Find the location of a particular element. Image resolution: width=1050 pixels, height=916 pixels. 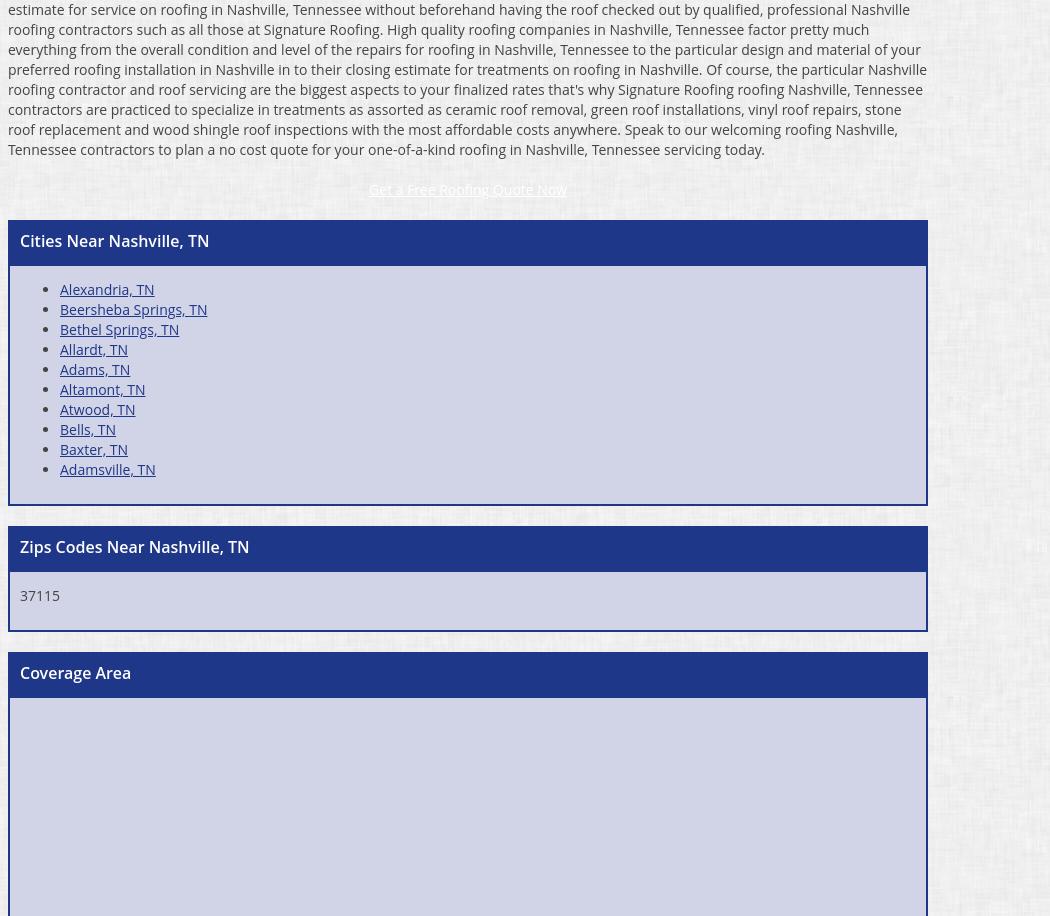

'Coverage Area' is located at coordinates (75, 670).